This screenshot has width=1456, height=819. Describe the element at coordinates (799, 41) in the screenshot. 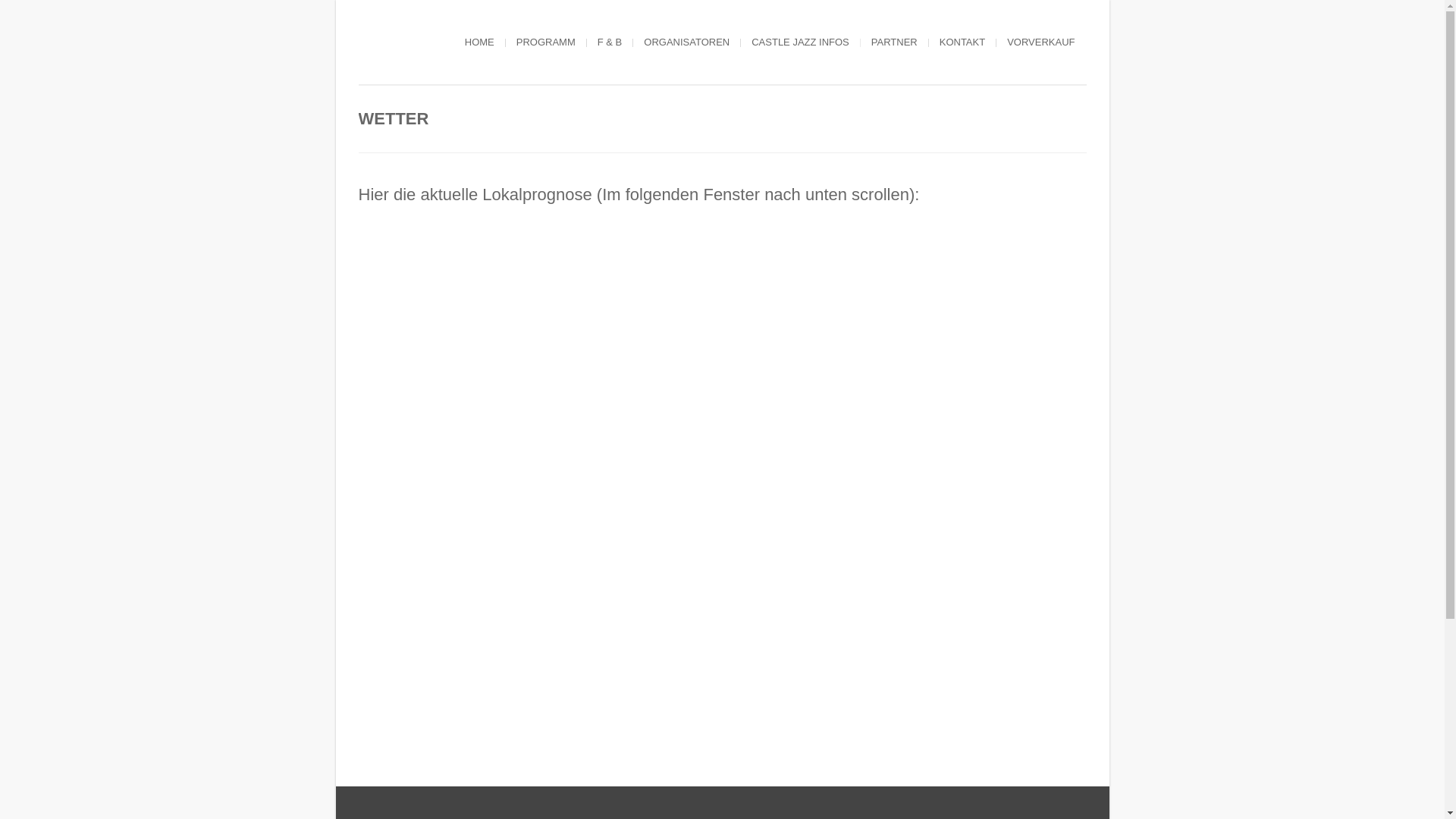

I see `'CASTLE JAZZ INFOS'` at that location.